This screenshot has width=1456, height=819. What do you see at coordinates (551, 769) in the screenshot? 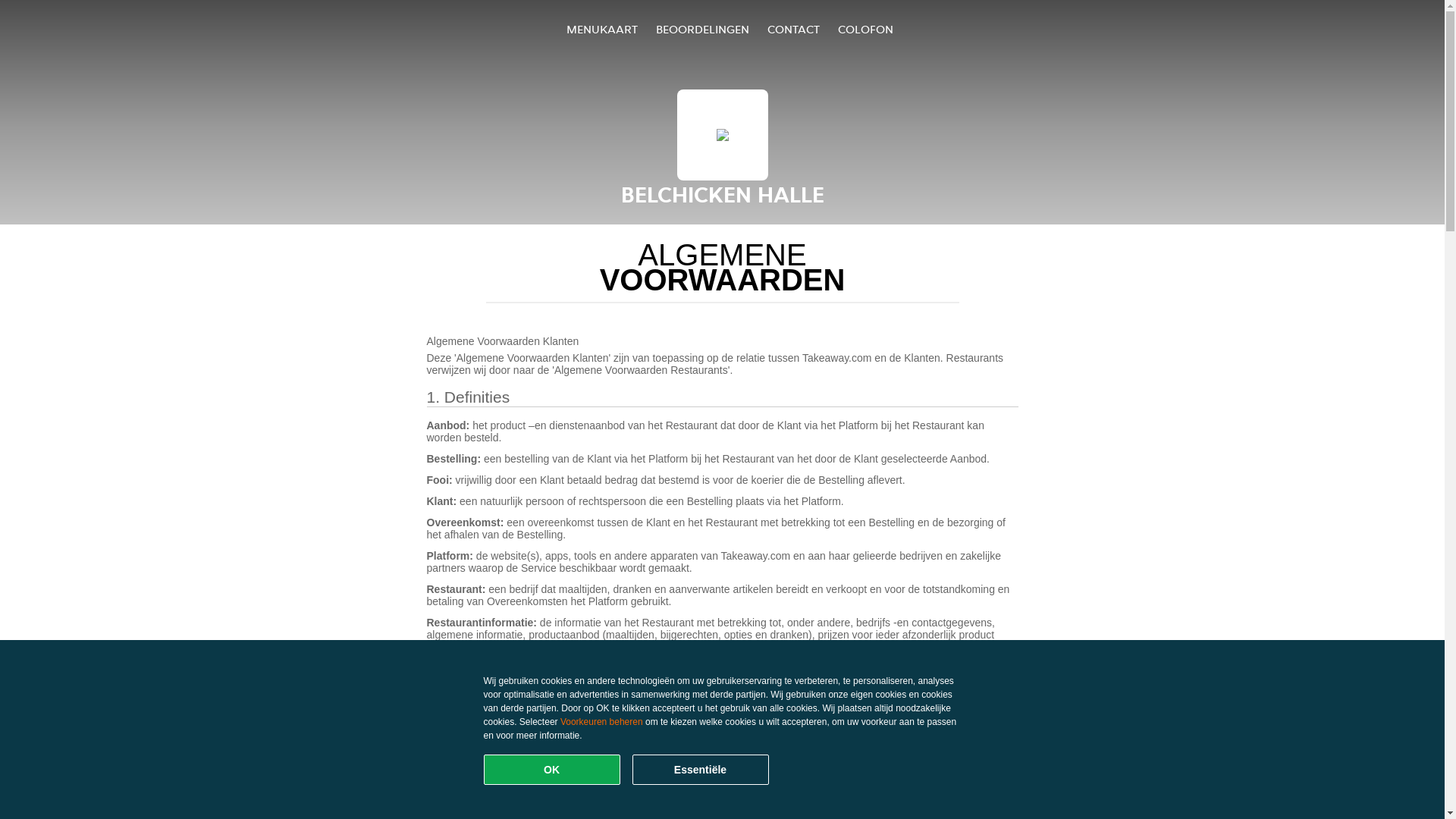
I see `'OK'` at bounding box center [551, 769].